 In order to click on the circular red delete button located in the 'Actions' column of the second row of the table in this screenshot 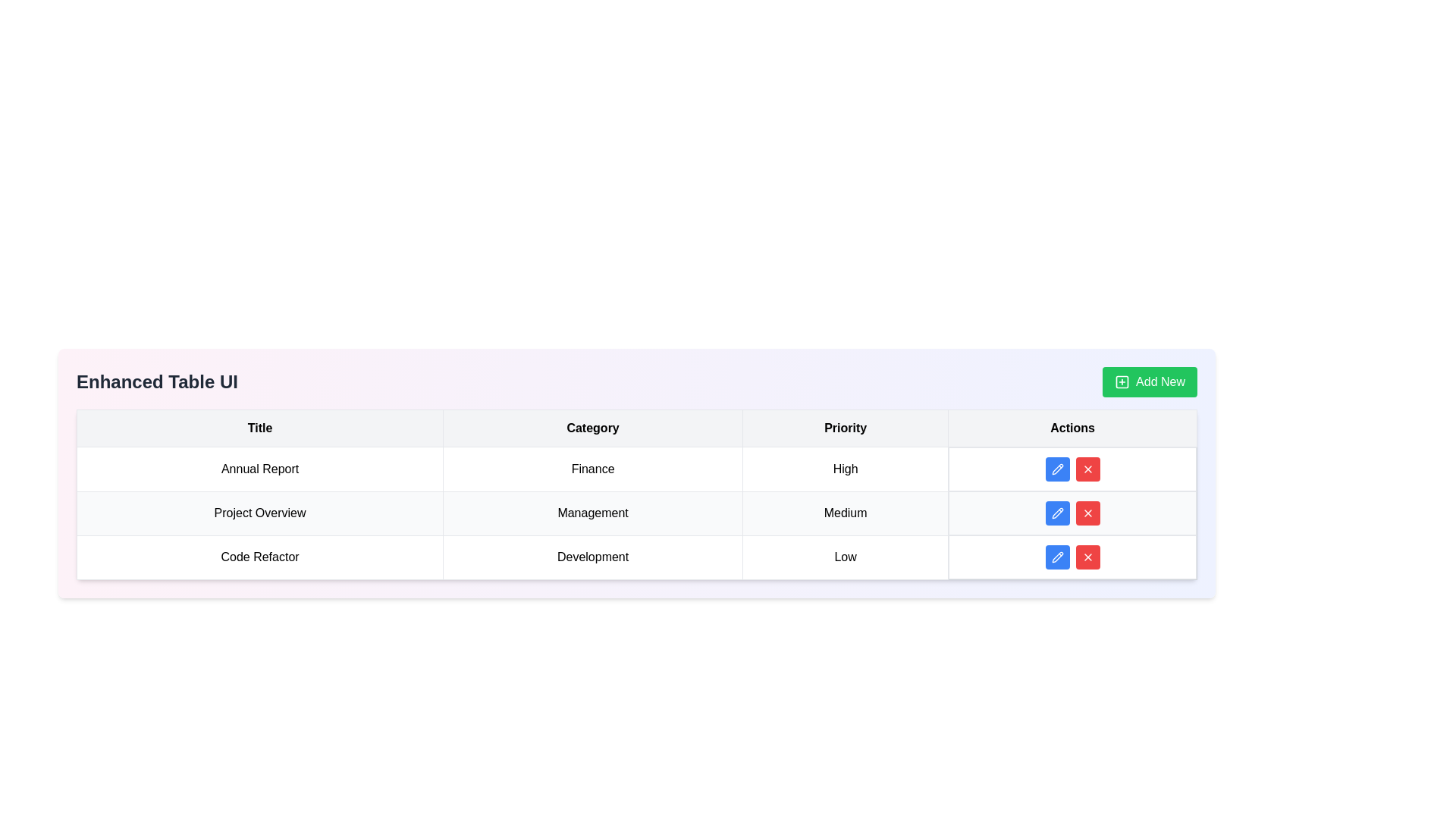, I will do `click(1087, 468)`.